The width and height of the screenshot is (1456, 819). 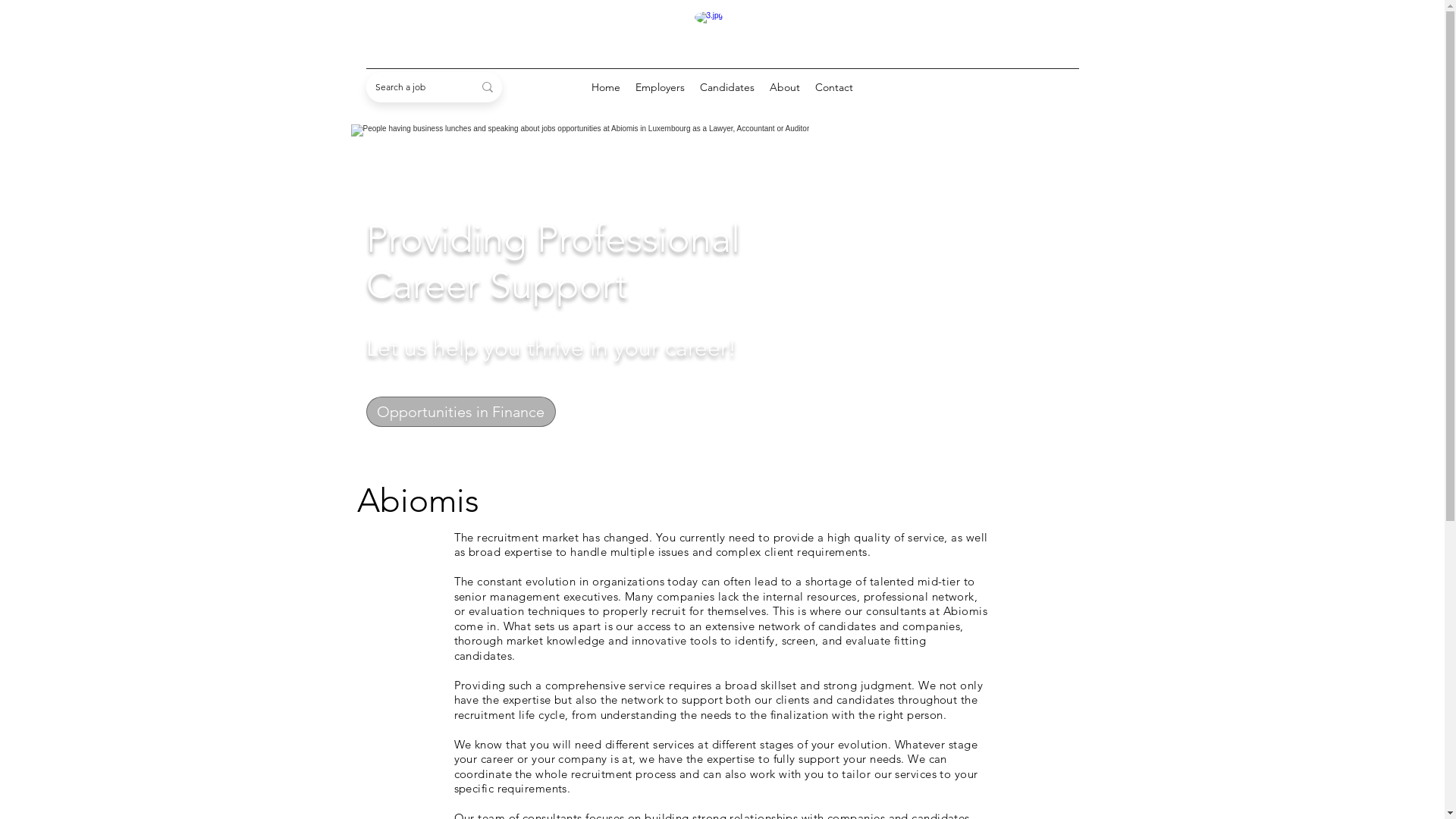 What do you see at coordinates (459, 411) in the screenshot?
I see `'Opportunities in Finance'` at bounding box center [459, 411].